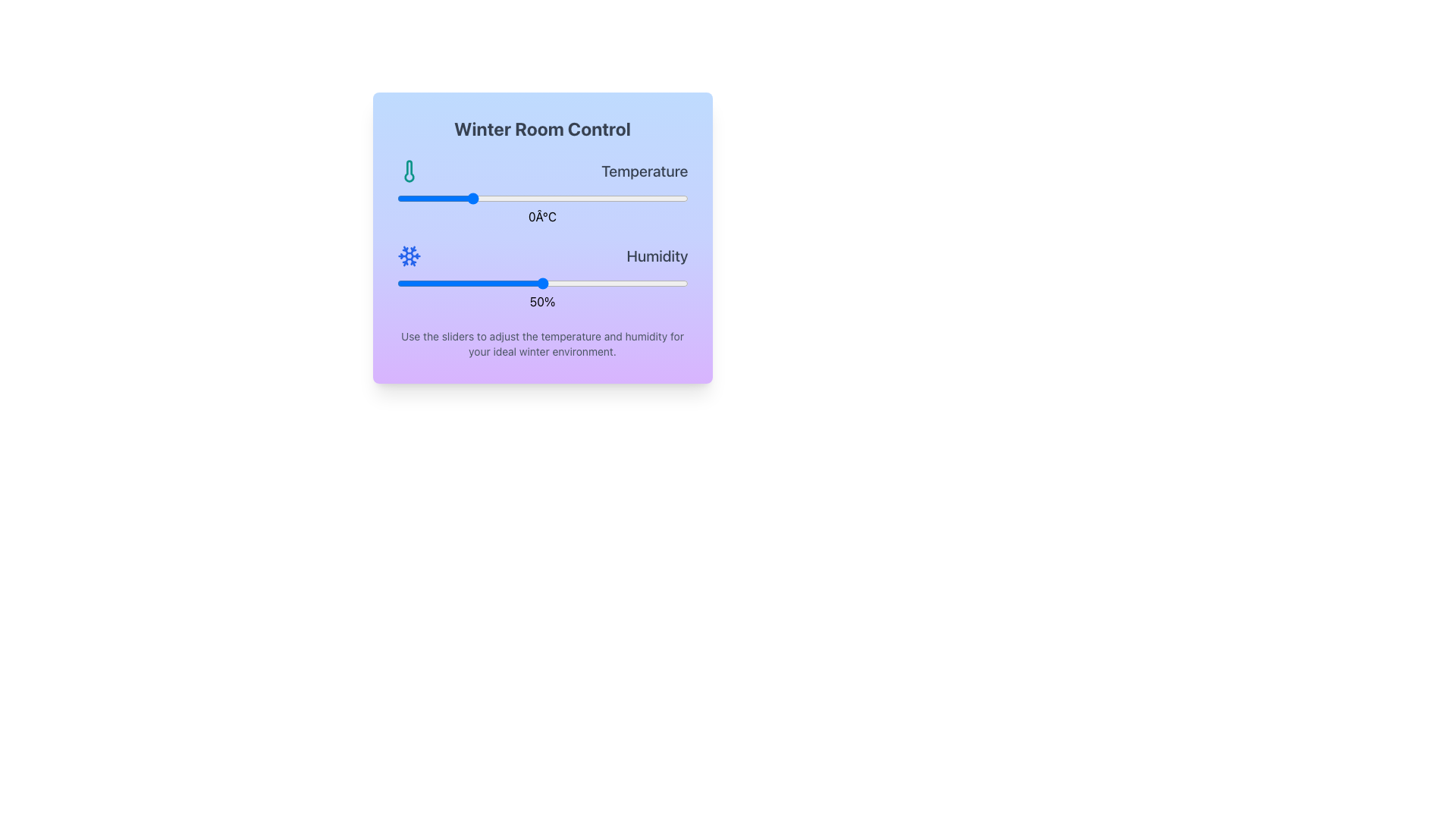  I want to click on text label element displaying '0°C', which is styled with medium-sized black font on a light blue background and positioned below a slider input, so click(542, 216).